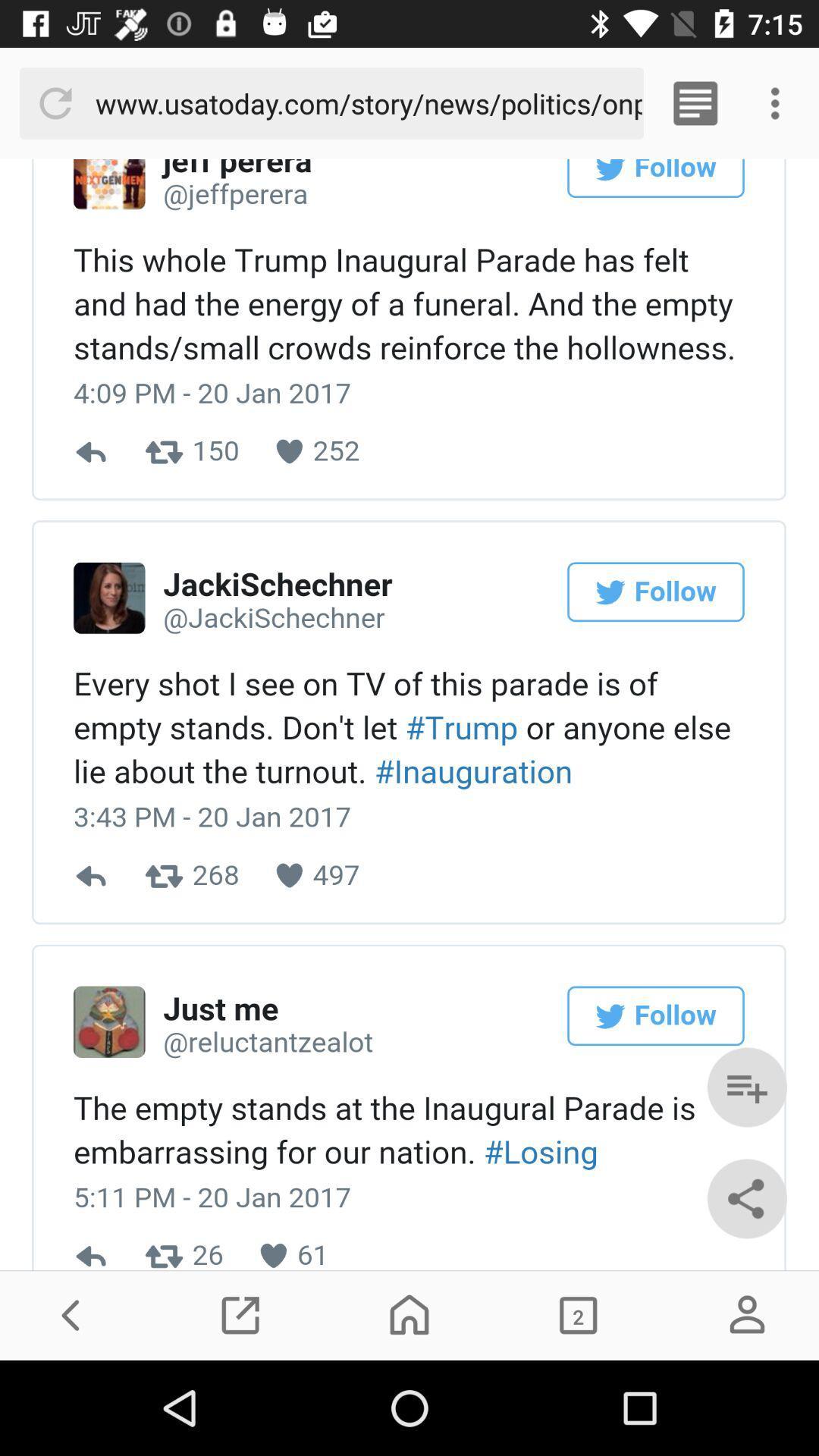 The height and width of the screenshot is (1456, 819). Describe the element at coordinates (746, 1197) in the screenshot. I see `the share icon` at that location.